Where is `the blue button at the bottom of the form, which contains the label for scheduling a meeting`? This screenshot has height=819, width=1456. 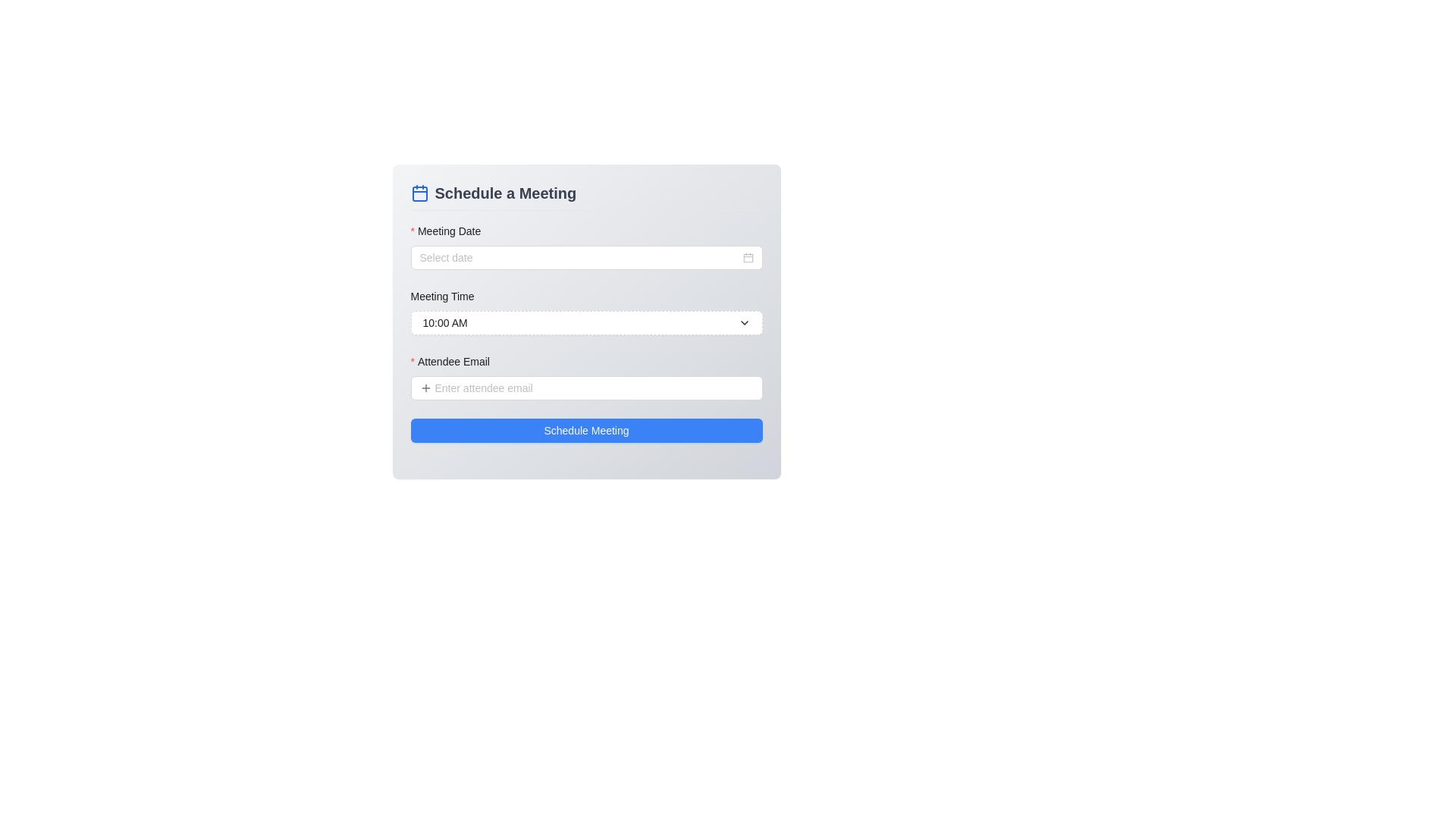
the blue button at the bottom of the form, which contains the label for scheduling a meeting is located at coordinates (585, 430).